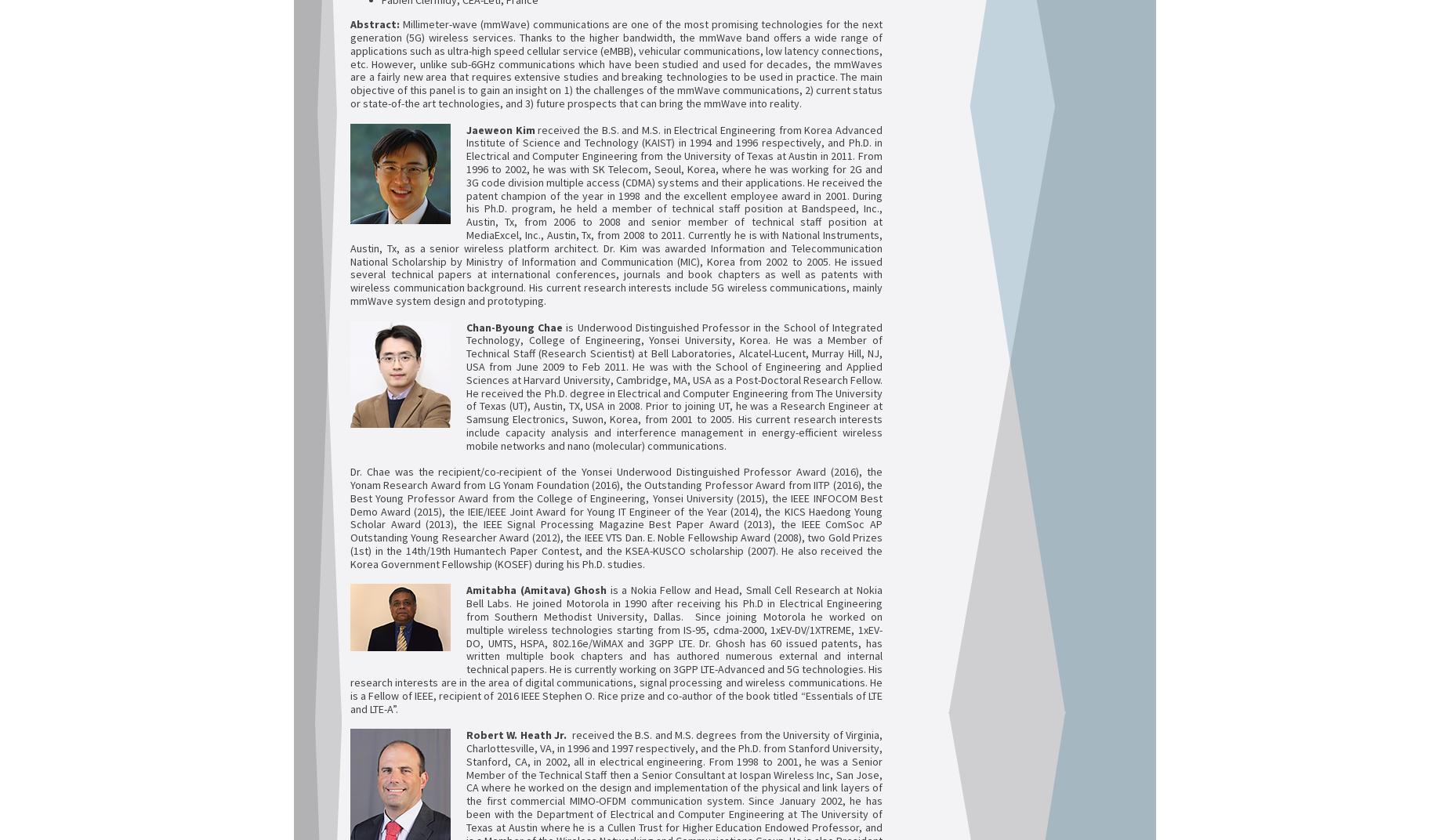  What do you see at coordinates (514, 326) in the screenshot?
I see `'Chan-Byoung Chae'` at bounding box center [514, 326].